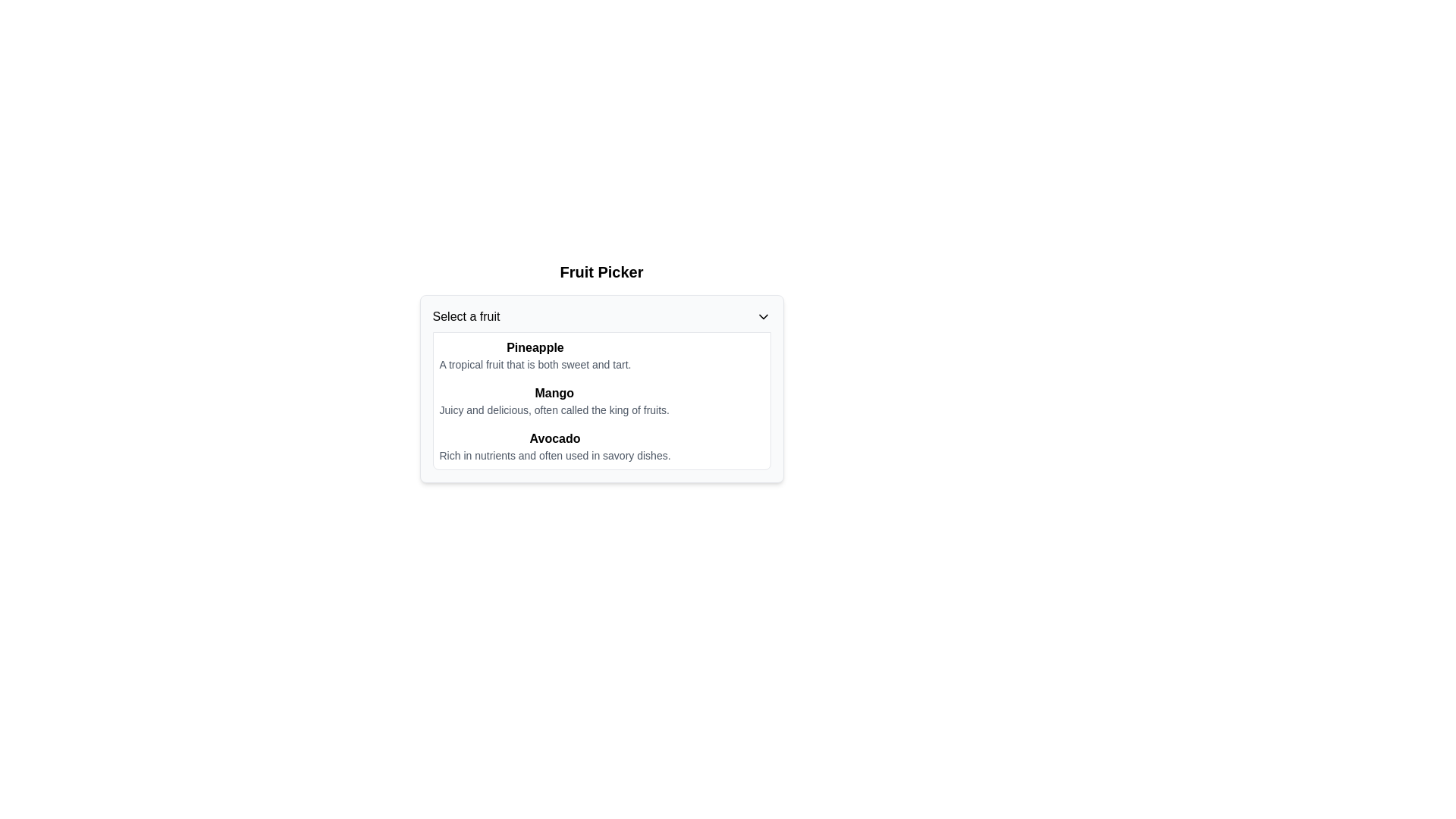 Image resolution: width=1456 pixels, height=819 pixels. Describe the element at coordinates (554, 455) in the screenshot. I see `the Text Label that provides a descriptive explanation for the item labeled 'Avocado', located directly below the bold title 'Avocado'` at that location.